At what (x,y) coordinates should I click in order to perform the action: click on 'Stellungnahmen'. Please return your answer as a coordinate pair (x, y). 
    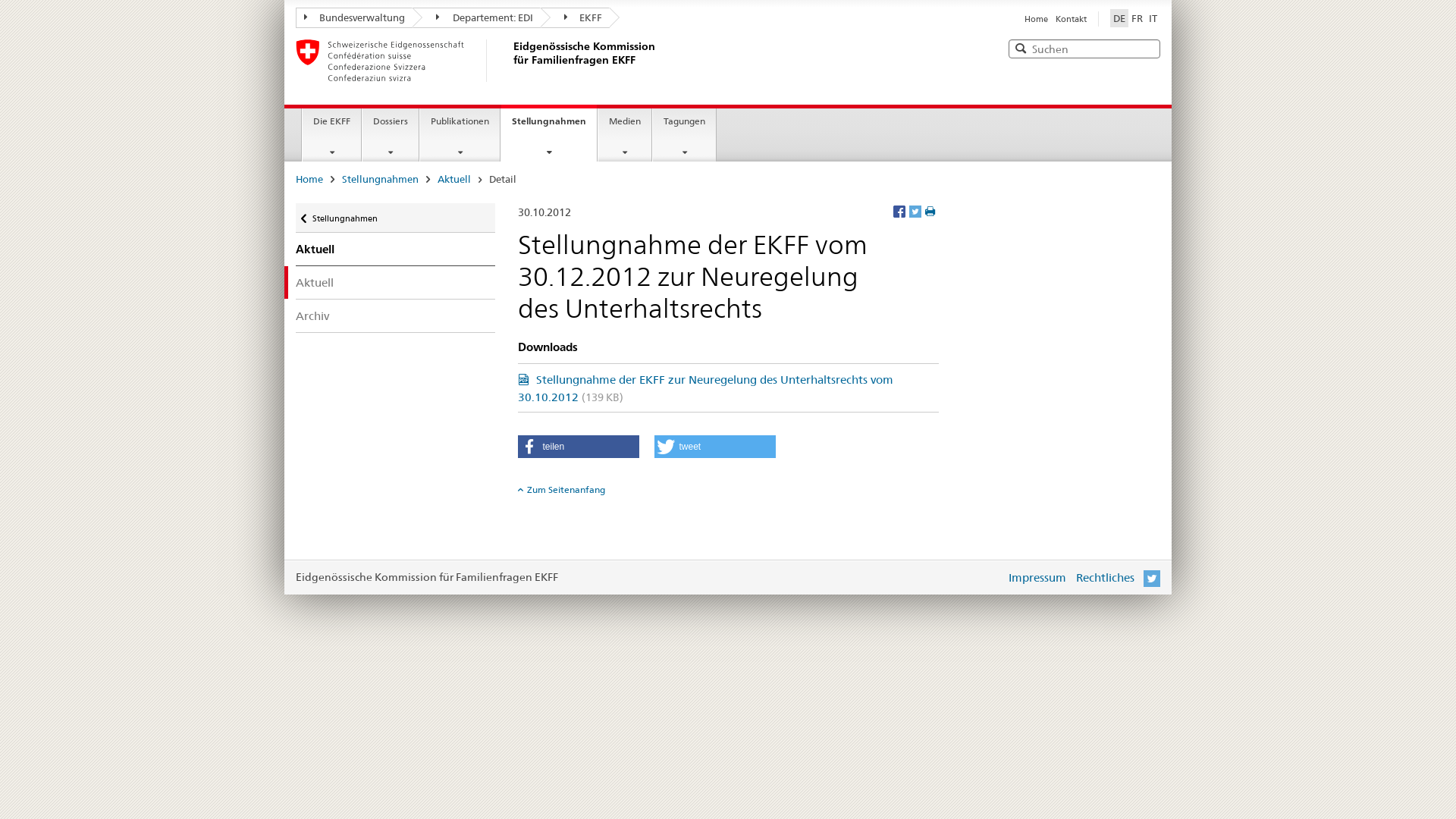
    Looking at the image, I should click on (380, 177).